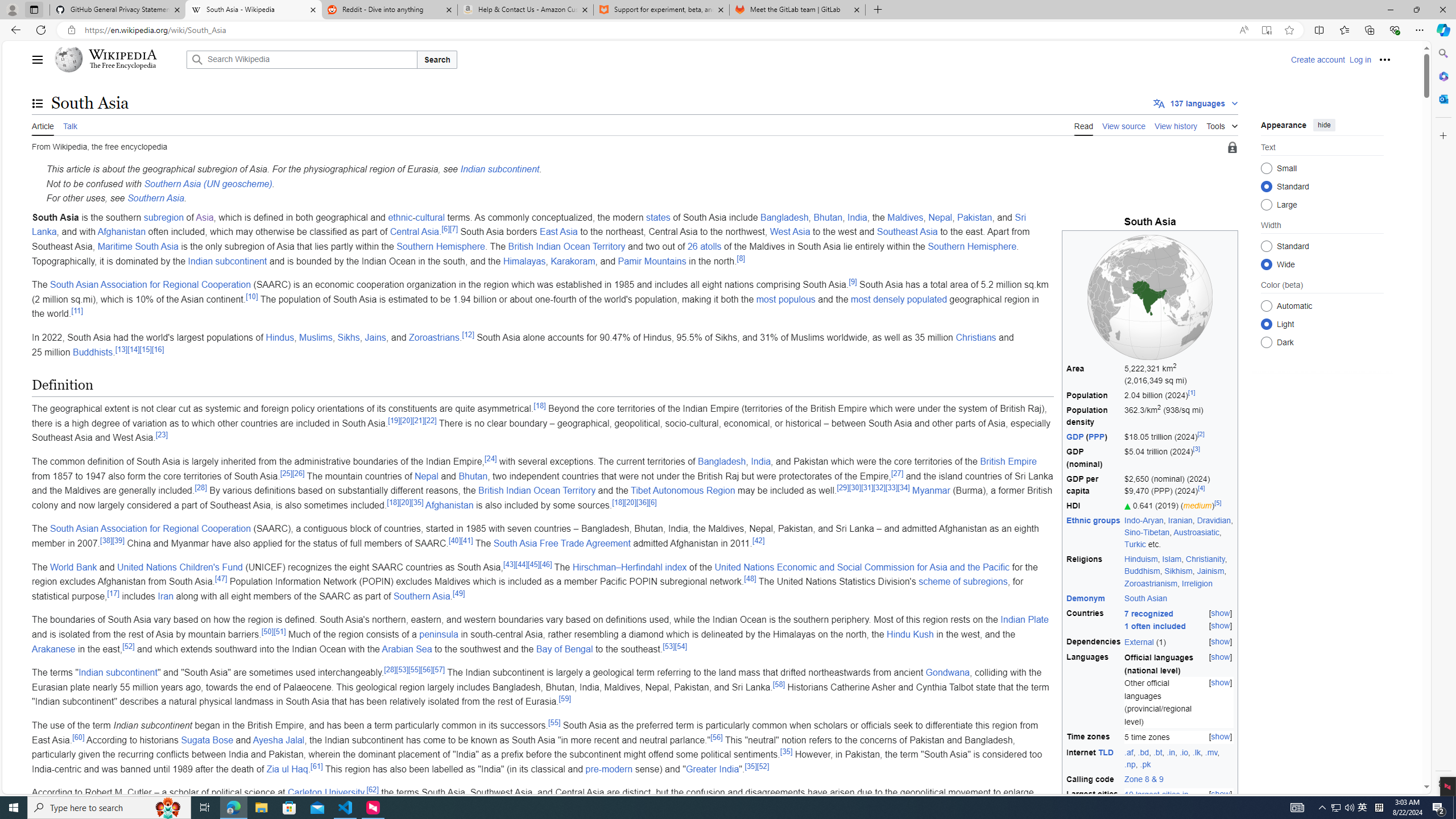  What do you see at coordinates (1178, 801) in the screenshot?
I see `'[show] 10 largest cities in South Asia'` at bounding box center [1178, 801].